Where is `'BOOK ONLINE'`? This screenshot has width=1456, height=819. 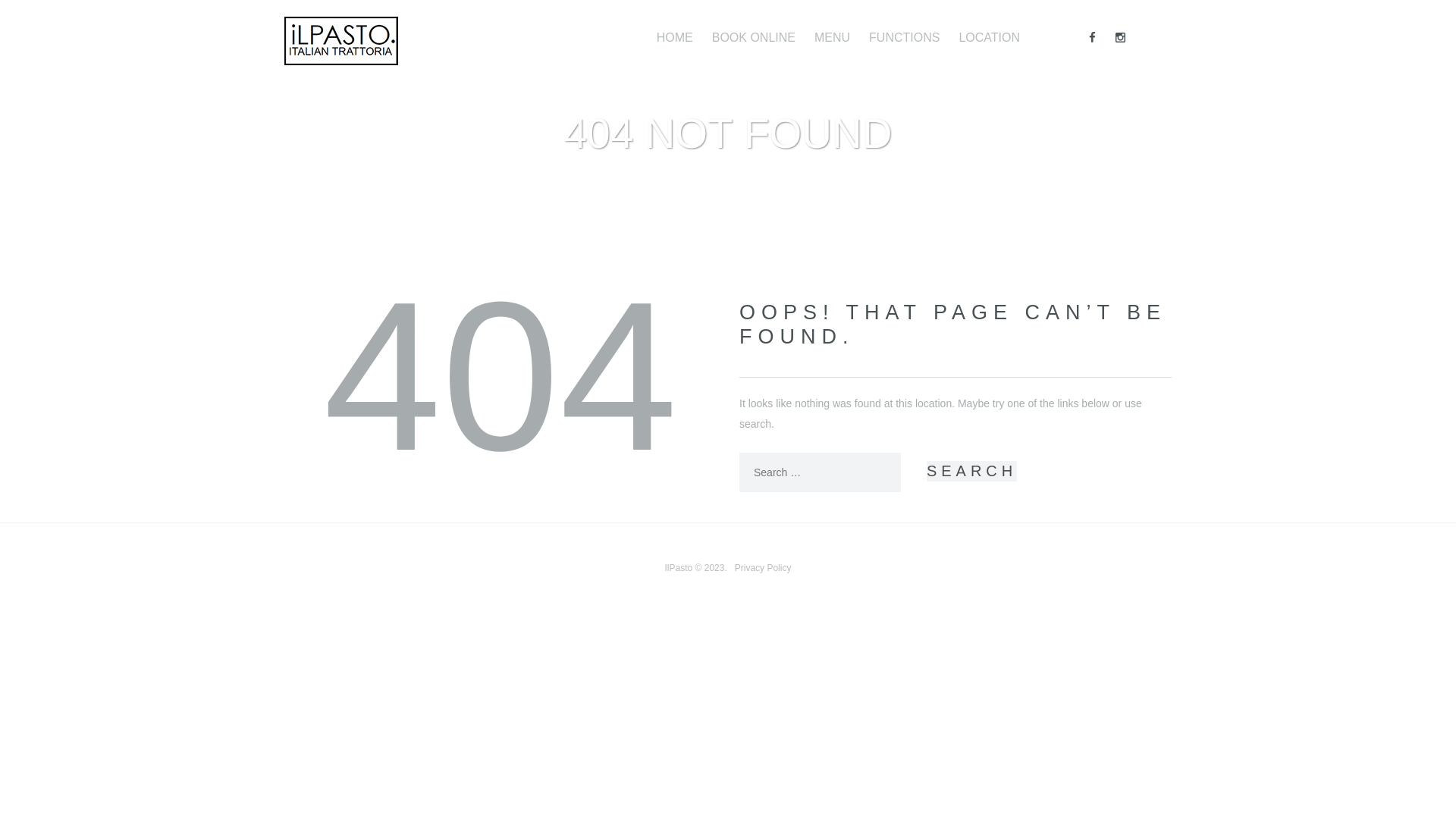 'BOOK ONLINE' is located at coordinates (711, 37).